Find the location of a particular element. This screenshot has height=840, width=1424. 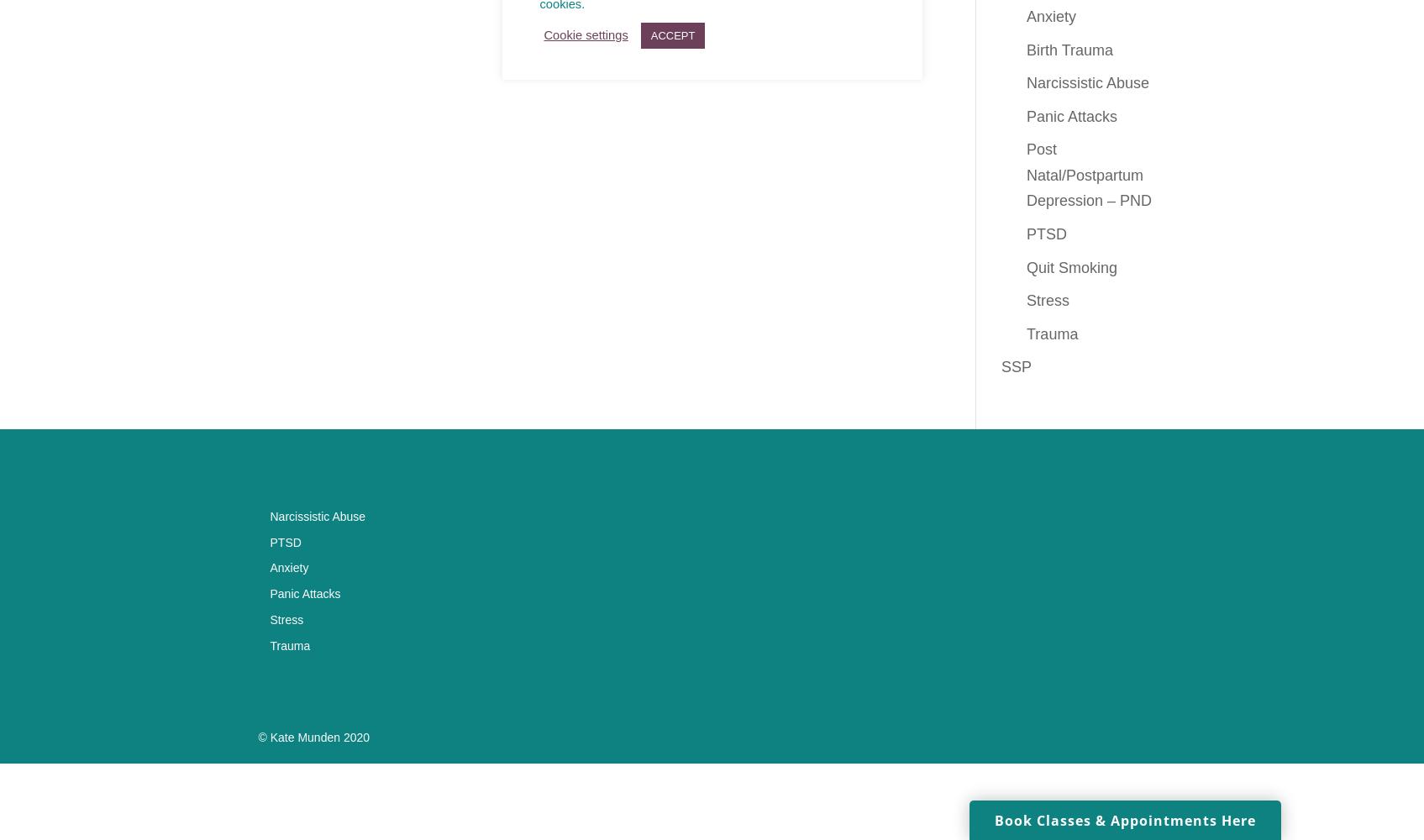

'Quit Smoking' is located at coordinates (1026, 266).